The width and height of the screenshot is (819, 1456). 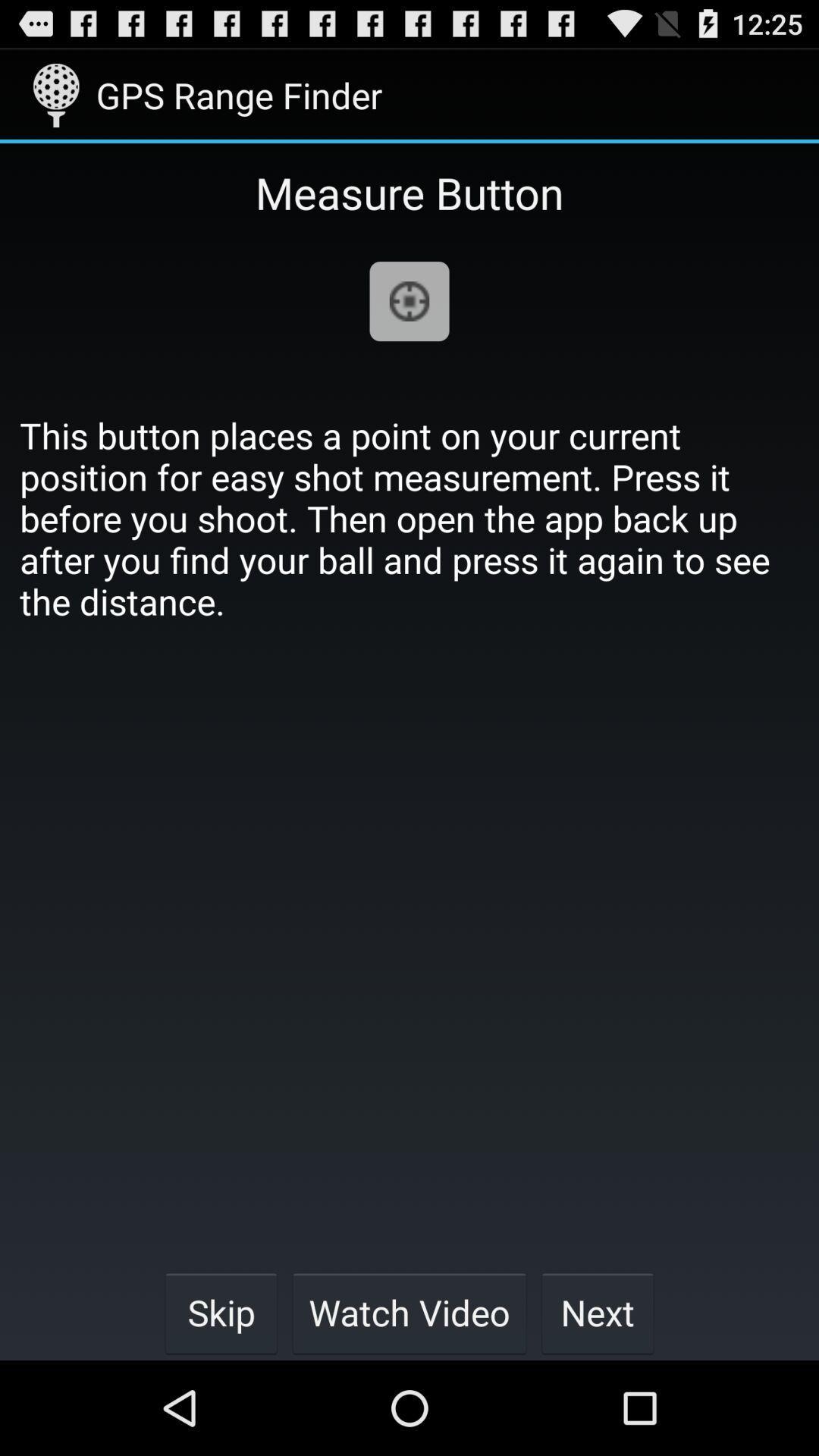 What do you see at coordinates (409, 1312) in the screenshot?
I see `the watch video button` at bounding box center [409, 1312].